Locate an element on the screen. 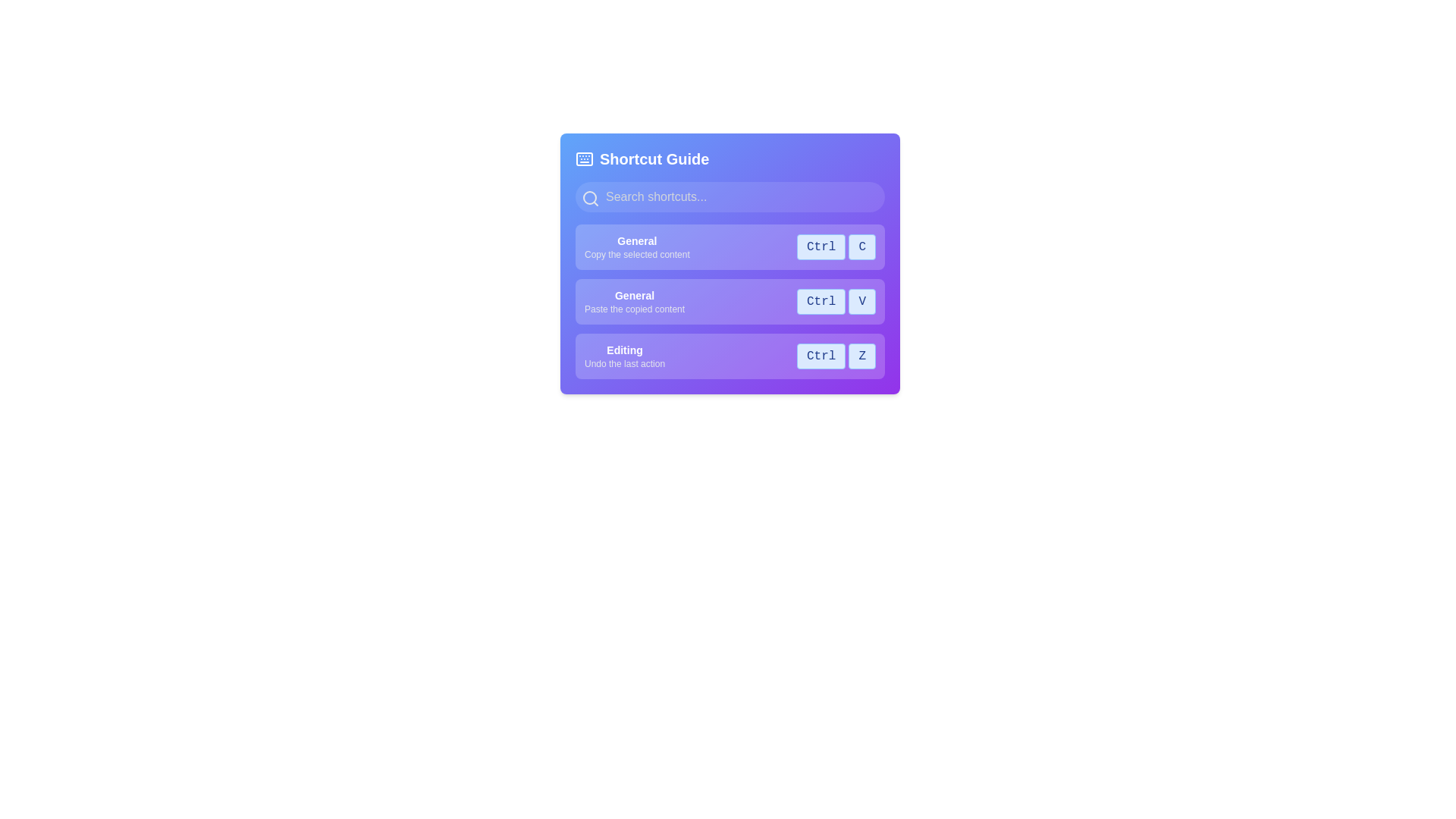 This screenshot has height=819, width=1456. the 'Ctrl' button displayed in the shortcut command for 'Undo the last action' in the shortcut guide interface, which is the third item in the list is located at coordinates (730, 356).